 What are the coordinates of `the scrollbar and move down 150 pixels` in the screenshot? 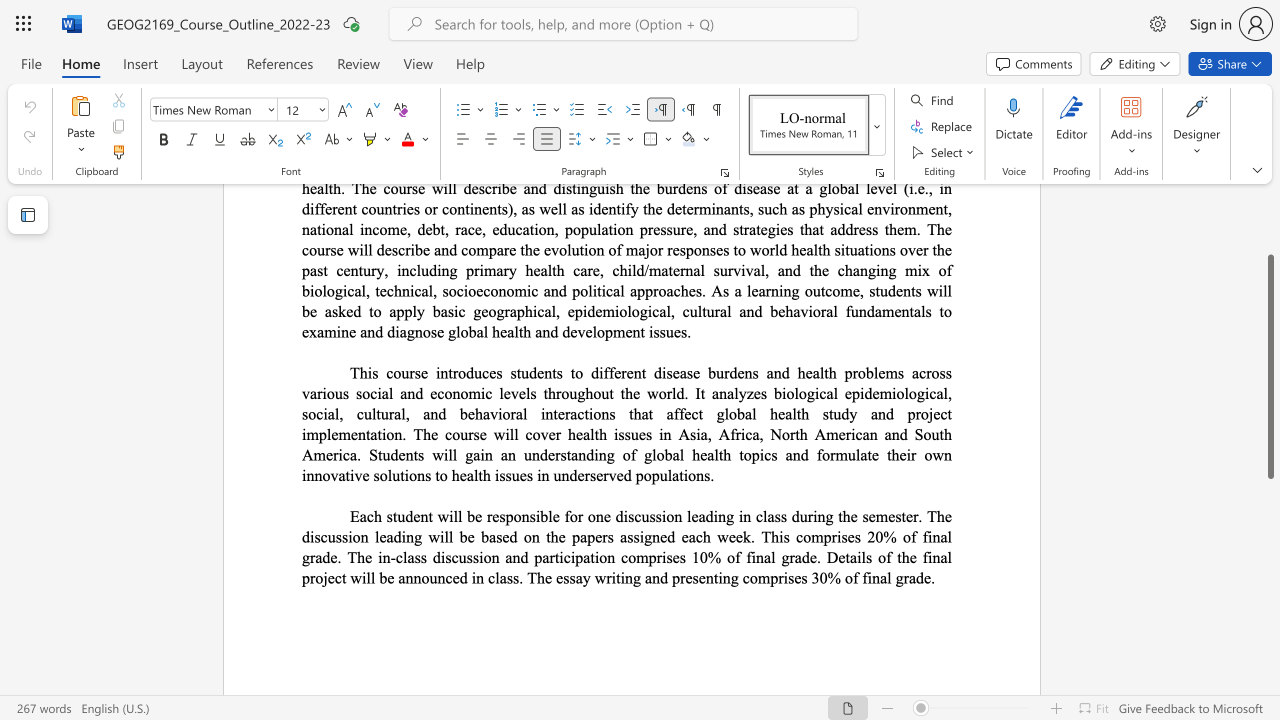 It's located at (1269, 367).